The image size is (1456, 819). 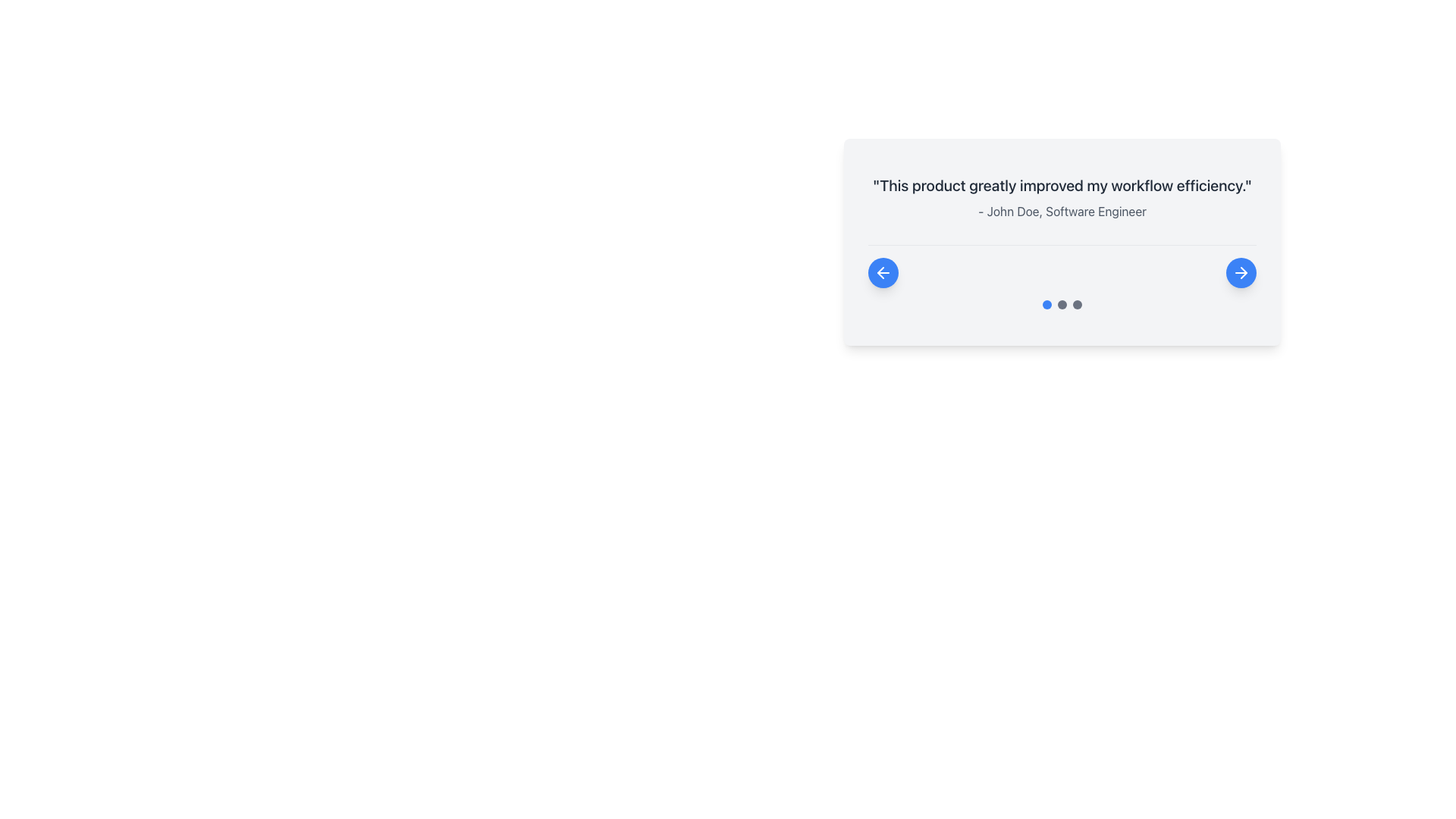 What do you see at coordinates (883, 271) in the screenshot?
I see `the circular navigation button located on the left side at the bottom of the testimonial card` at bounding box center [883, 271].